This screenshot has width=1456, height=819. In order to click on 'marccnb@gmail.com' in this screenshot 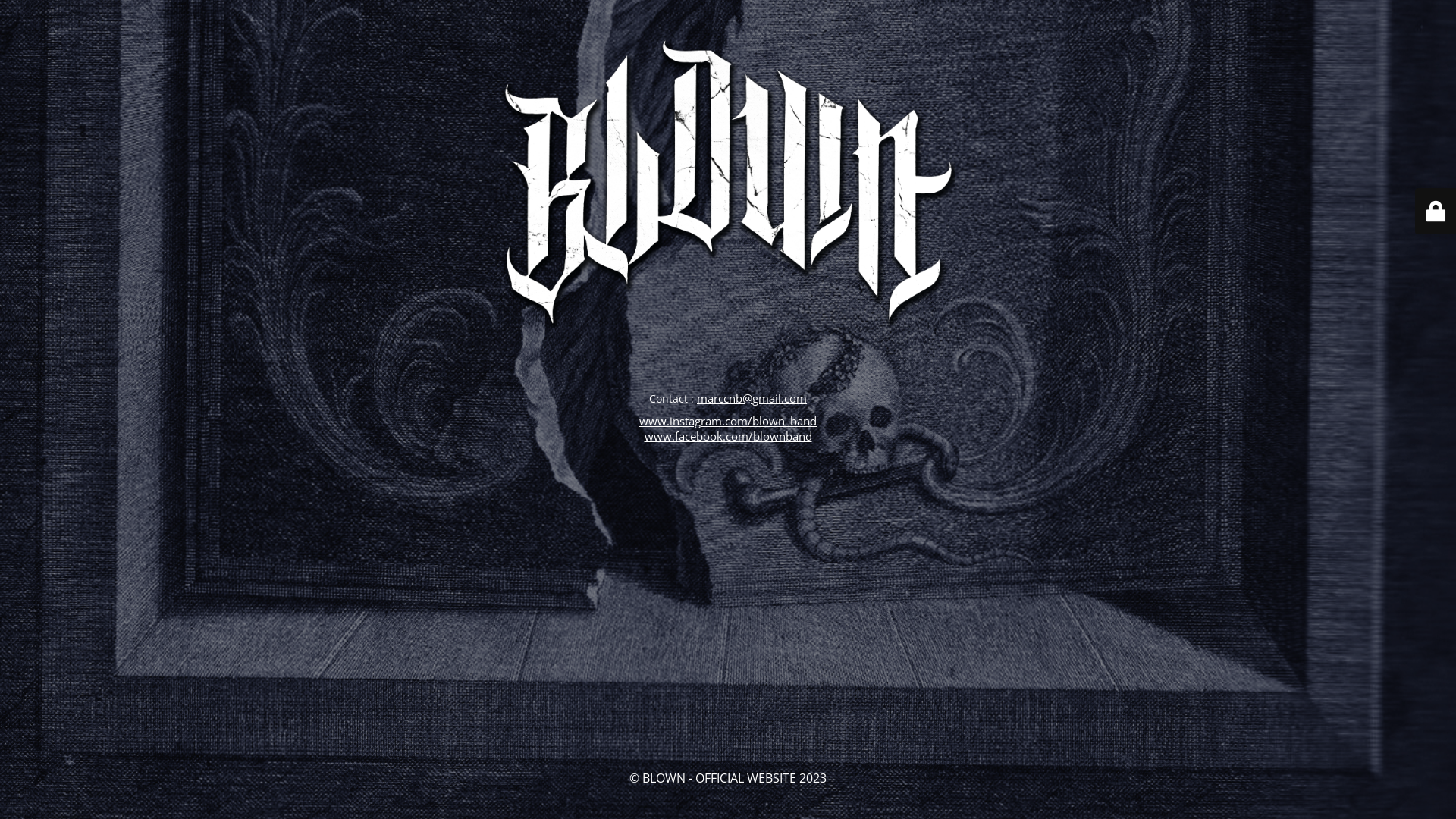, I will do `click(752, 397)`.